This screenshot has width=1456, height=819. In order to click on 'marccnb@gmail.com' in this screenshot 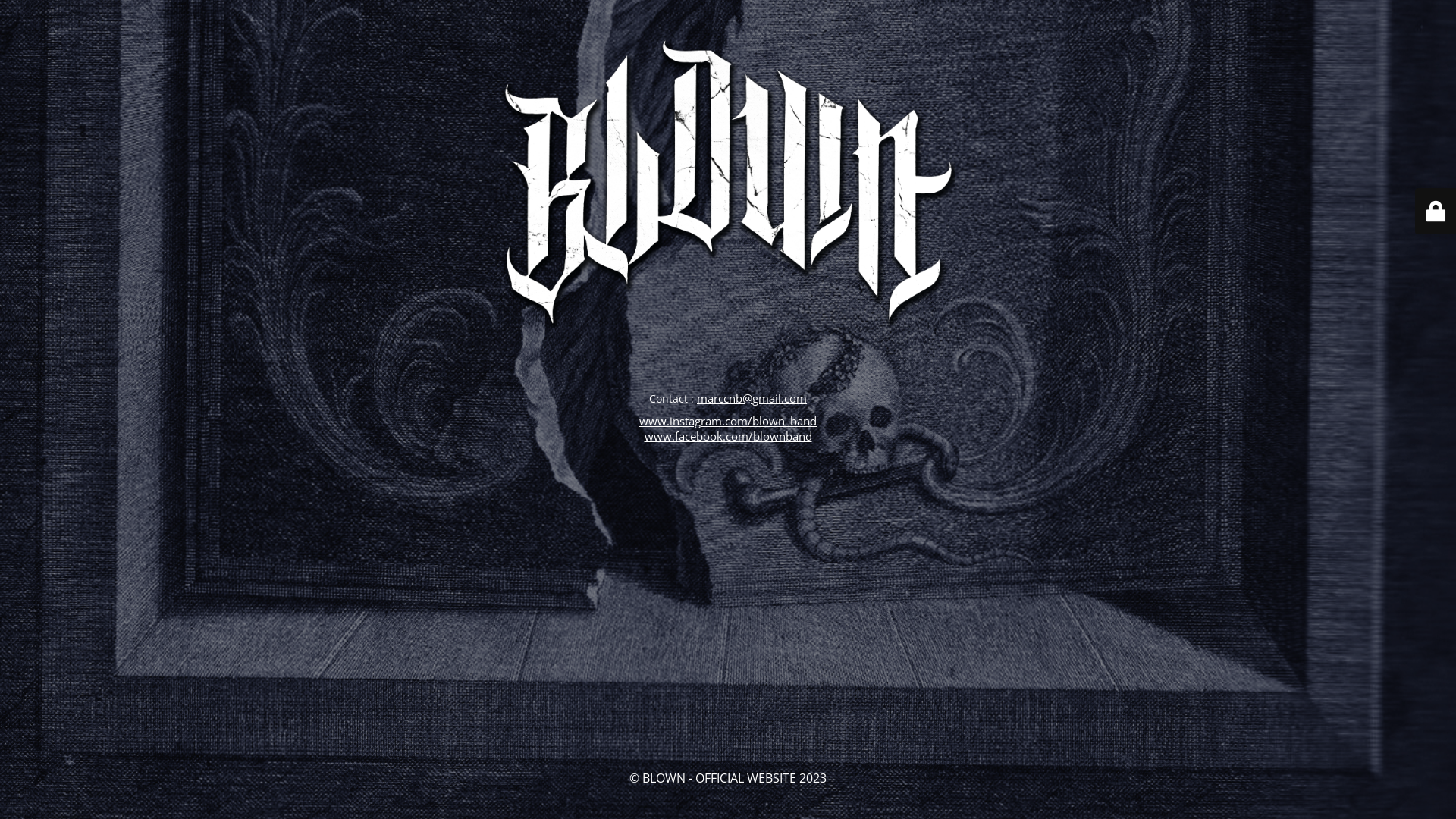, I will do `click(752, 397)`.